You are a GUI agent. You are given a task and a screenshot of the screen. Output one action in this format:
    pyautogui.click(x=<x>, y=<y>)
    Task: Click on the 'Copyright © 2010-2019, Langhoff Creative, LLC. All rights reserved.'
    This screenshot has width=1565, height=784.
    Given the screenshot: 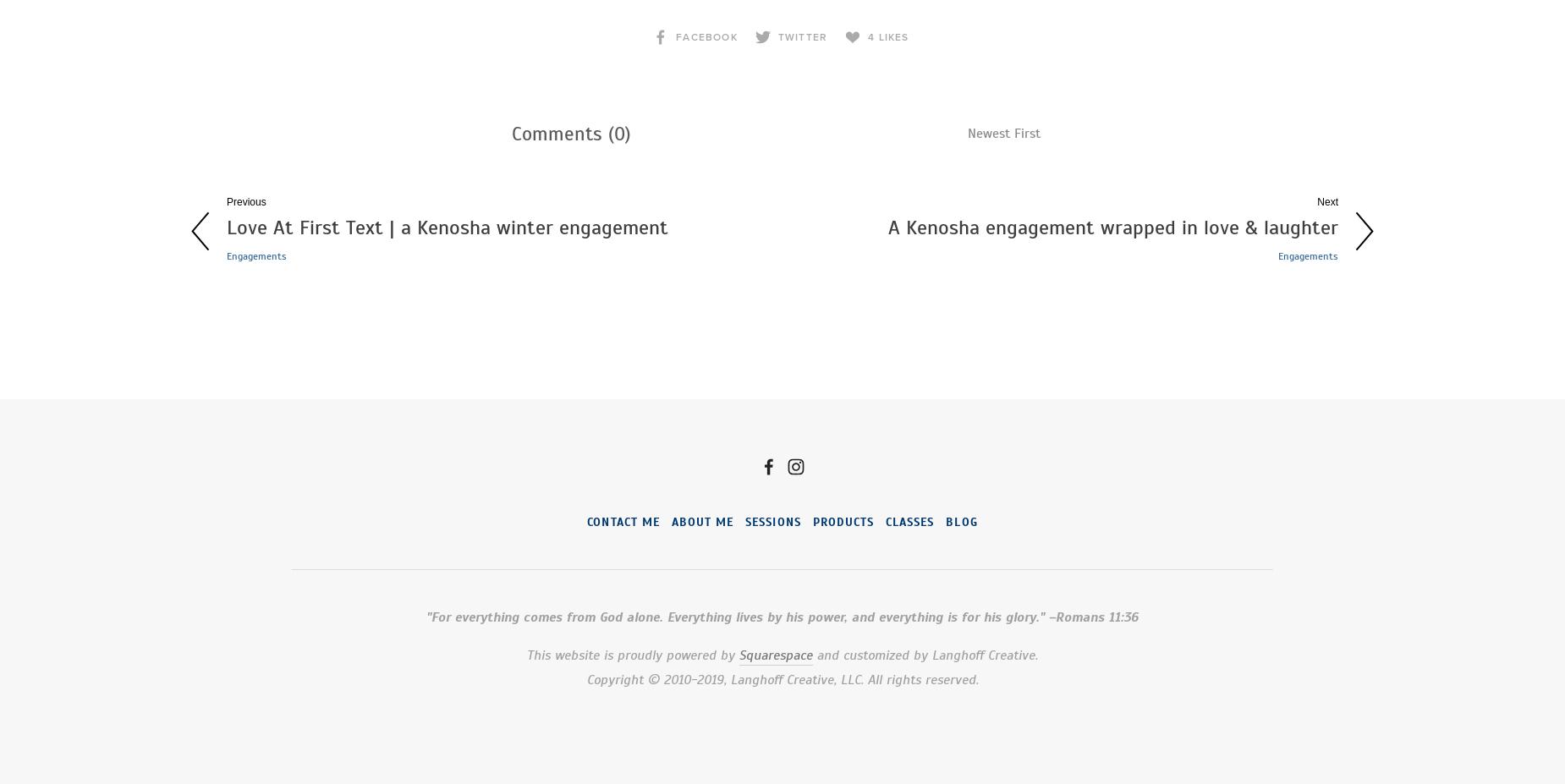 What is the action you would take?
    pyautogui.click(x=782, y=678)
    